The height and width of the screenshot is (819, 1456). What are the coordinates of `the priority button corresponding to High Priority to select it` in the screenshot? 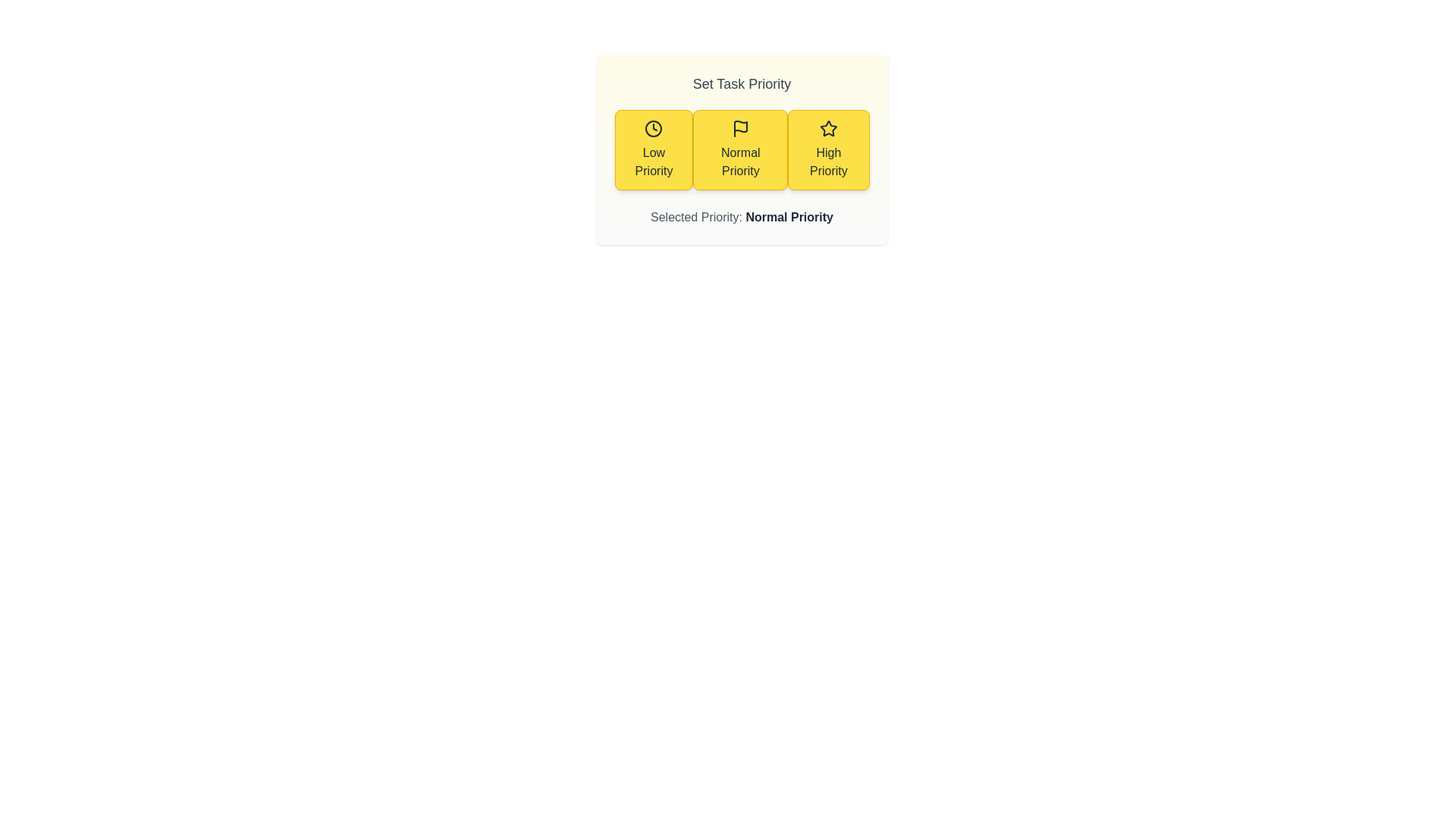 It's located at (827, 149).